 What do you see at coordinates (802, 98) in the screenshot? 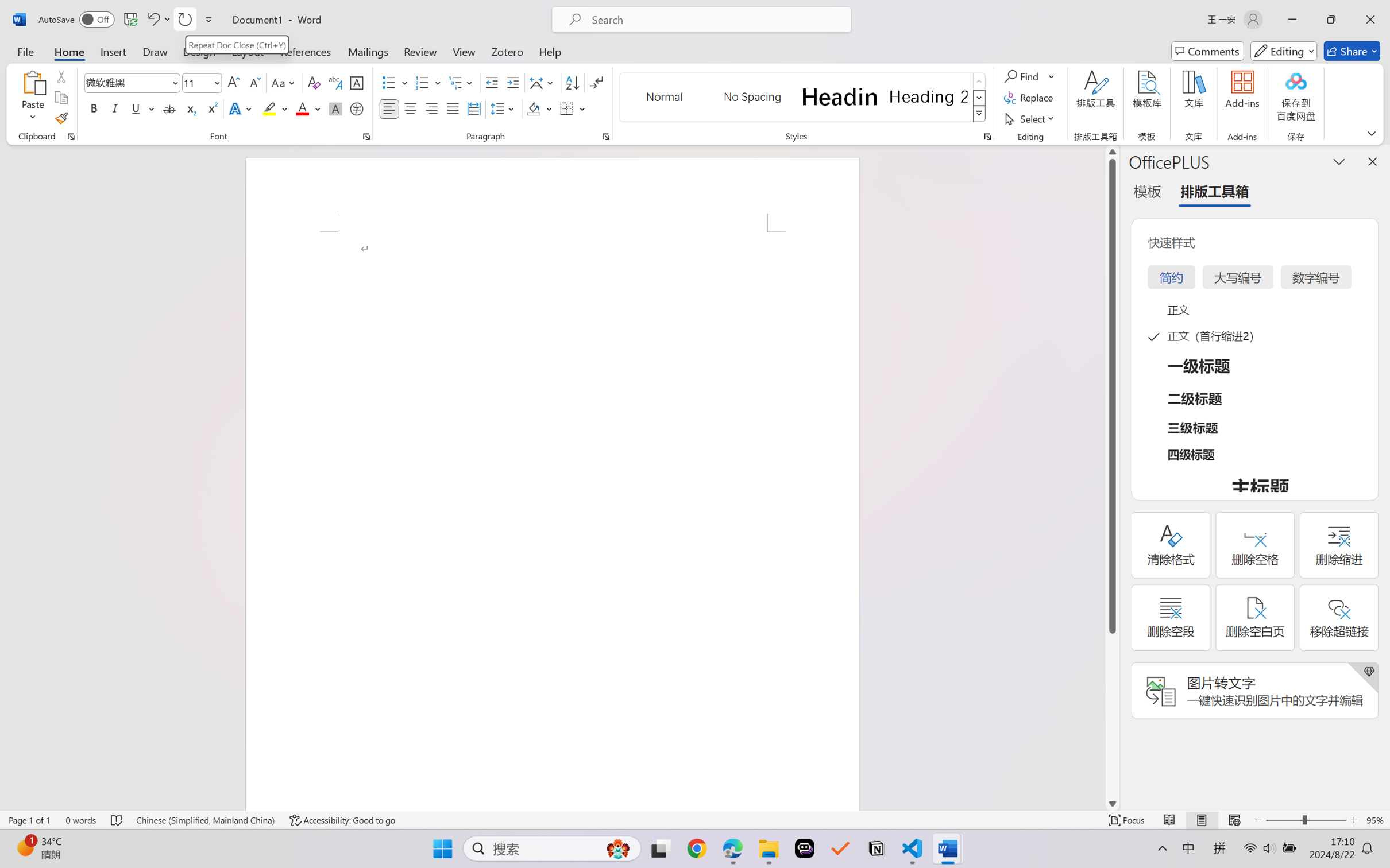
I see `'AutomationID: QuickStylesGallery'` at bounding box center [802, 98].